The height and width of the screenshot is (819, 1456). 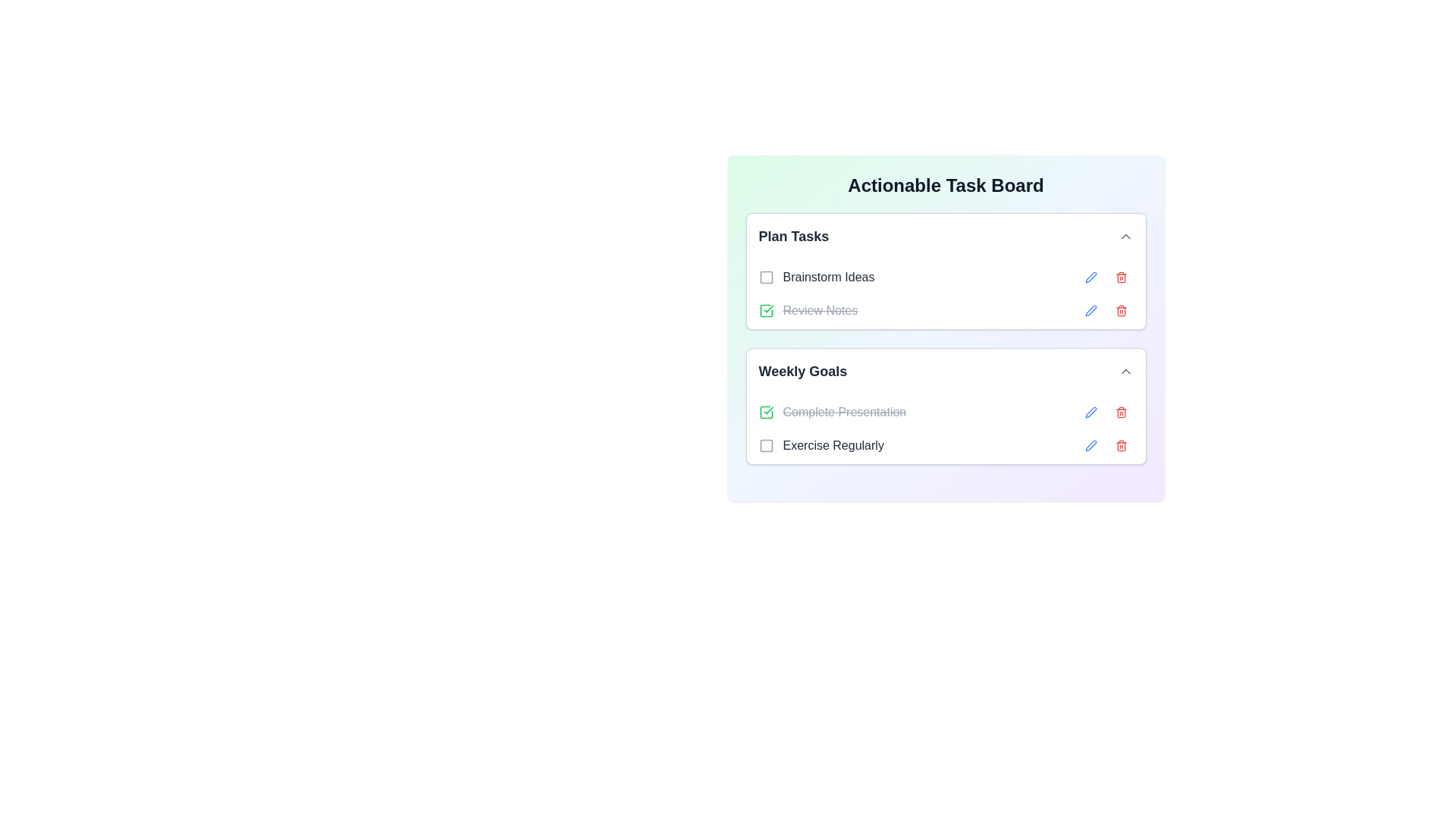 What do you see at coordinates (821, 444) in the screenshot?
I see `the text label 'Exercise Regularly' associated with the checkbox in the 'Weekly Goals' section of the 'Actionable Task Board'` at bounding box center [821, 444].